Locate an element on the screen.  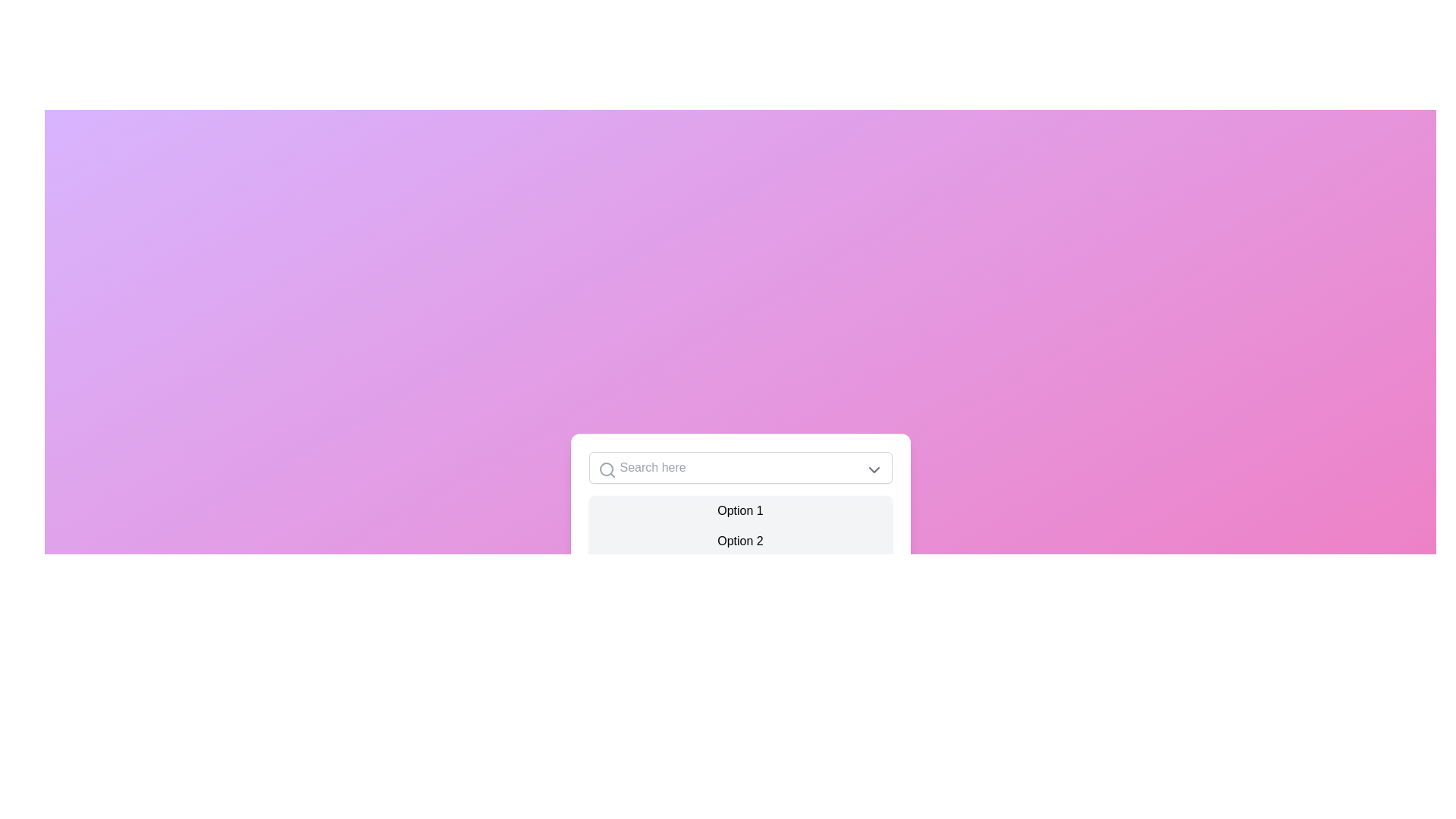
the first list option labeled 'Option 1' in the dropdown menu is located at coordinates (740, 511).